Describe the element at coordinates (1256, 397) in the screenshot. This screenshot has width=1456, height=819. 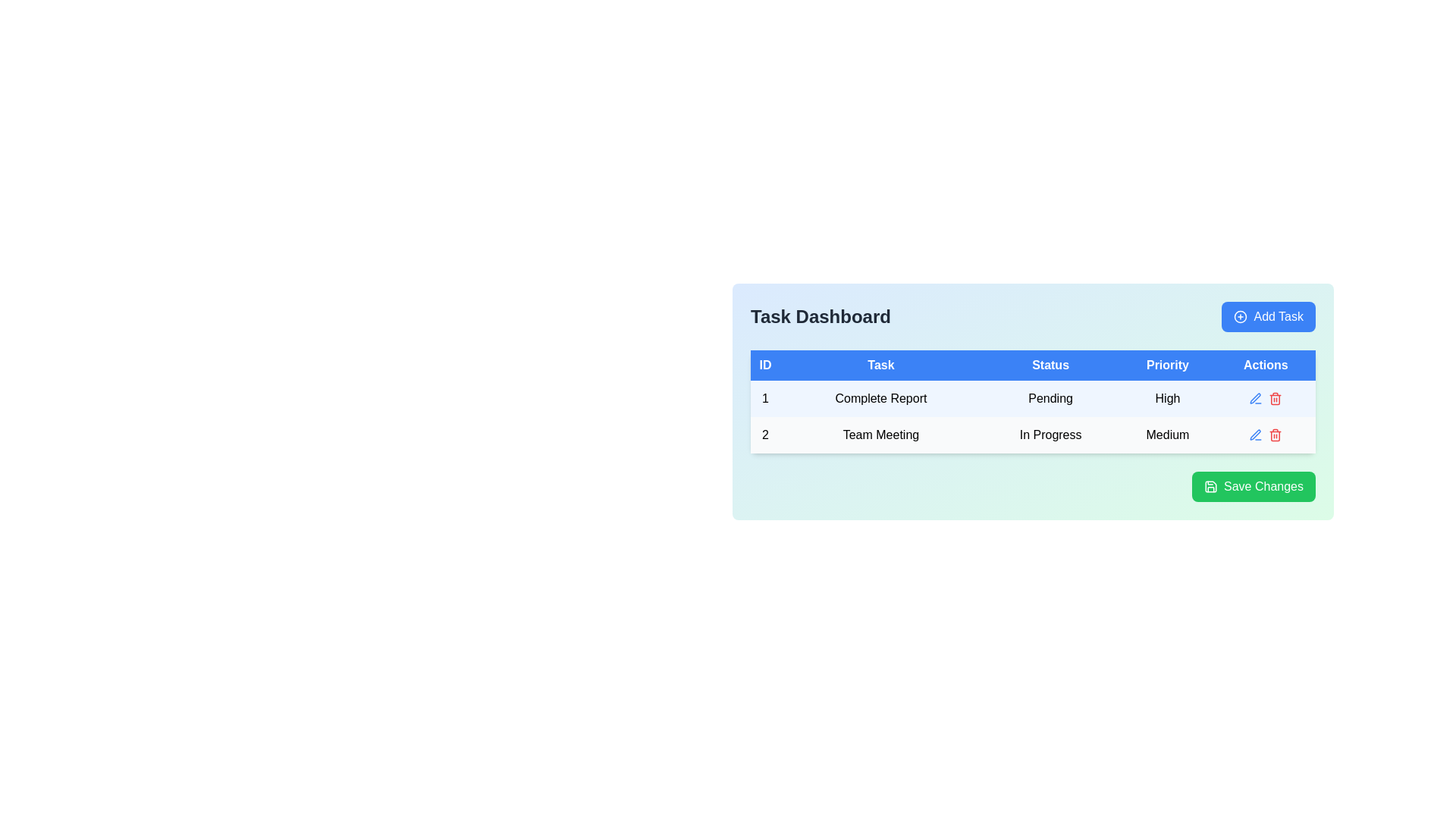
I see `the edit icon button located in the first position of the 'Actions' column in the second row of the table` at that location.